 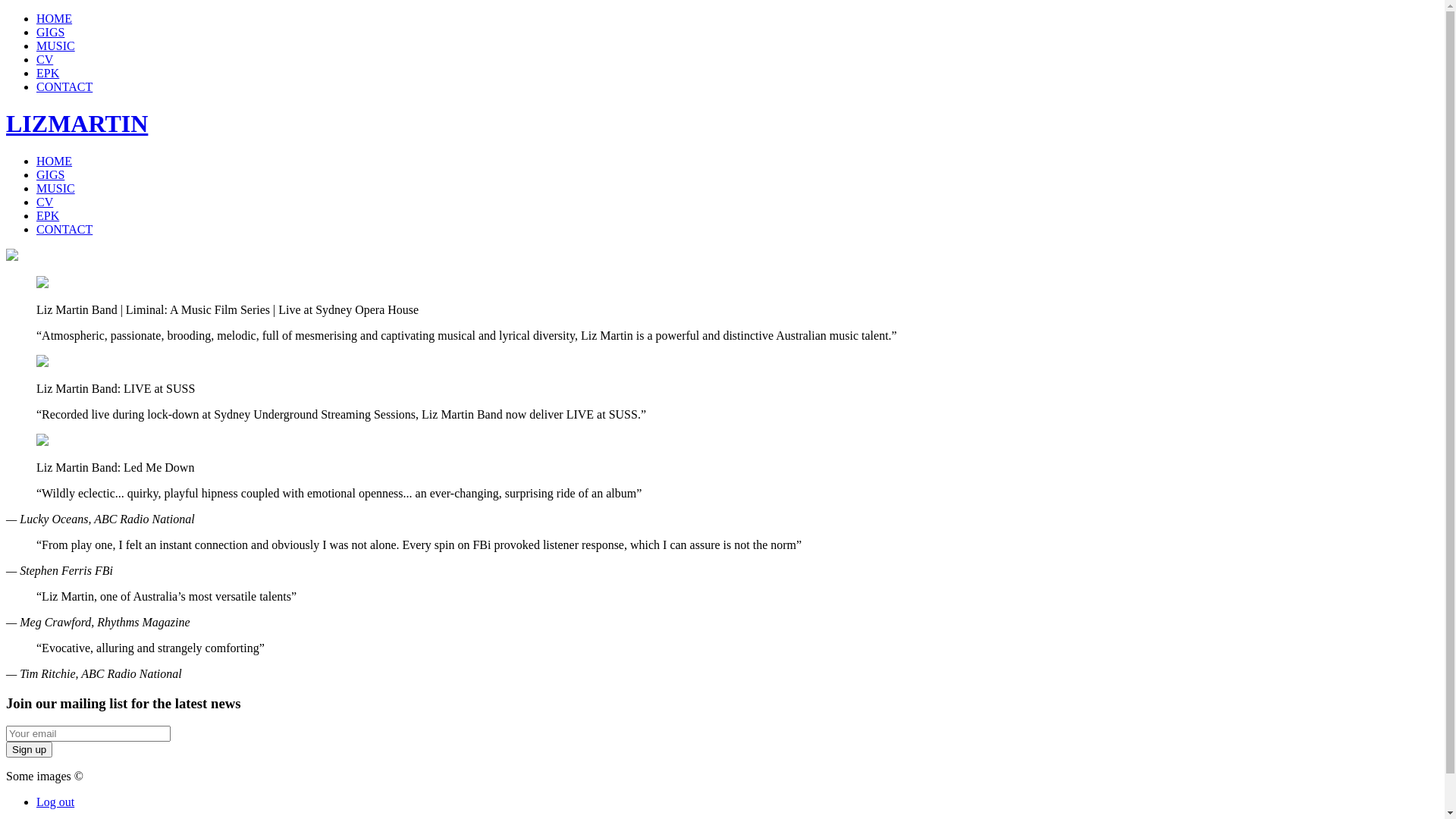 What do you see at coordinates (50, 174) in the screenshot?
I see `'GIGS'` at bounding box center [50, 174].